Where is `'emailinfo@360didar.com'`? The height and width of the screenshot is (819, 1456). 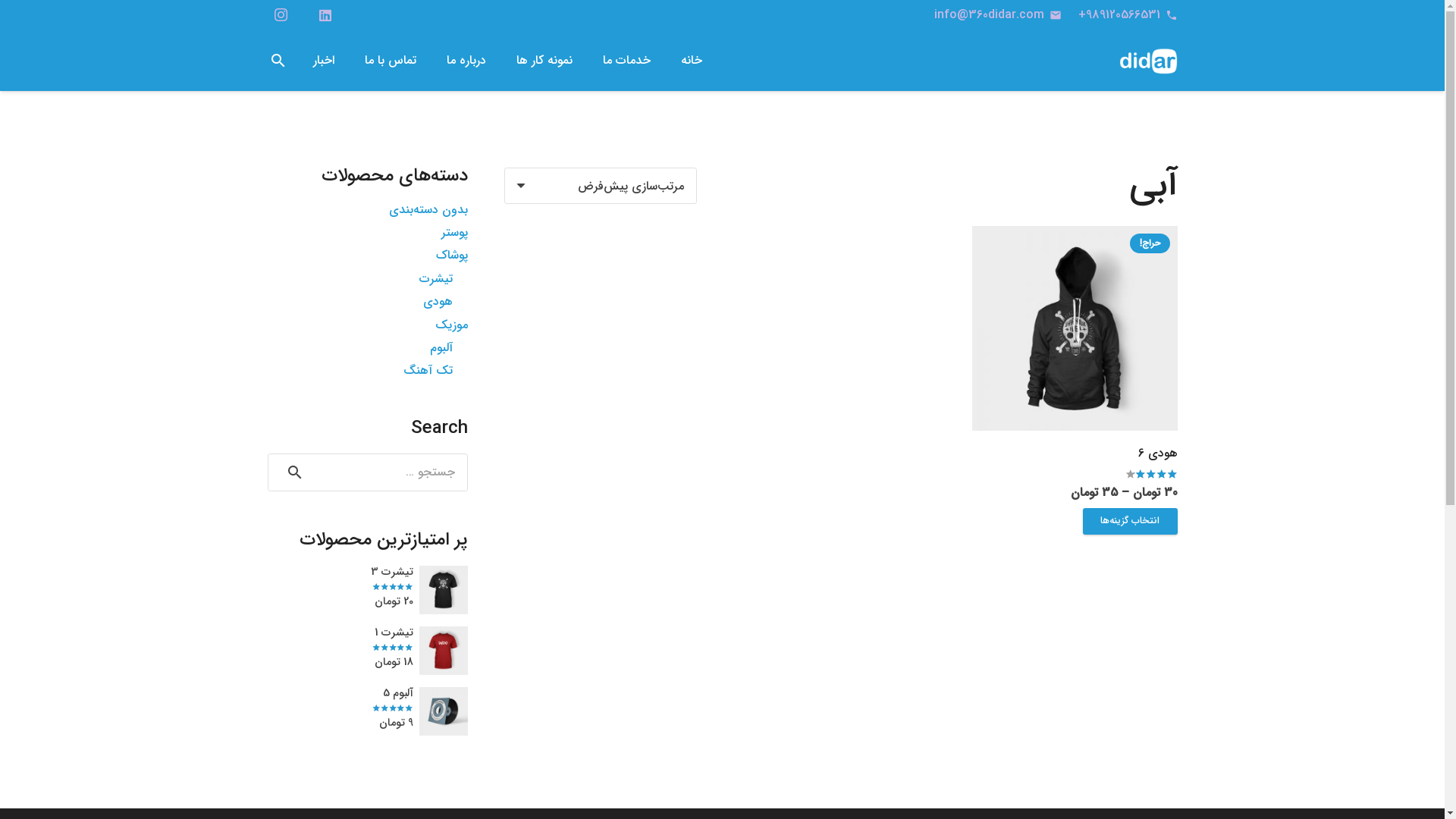
'emailinfo@360didar.com' is located at coordinates (997, 14).